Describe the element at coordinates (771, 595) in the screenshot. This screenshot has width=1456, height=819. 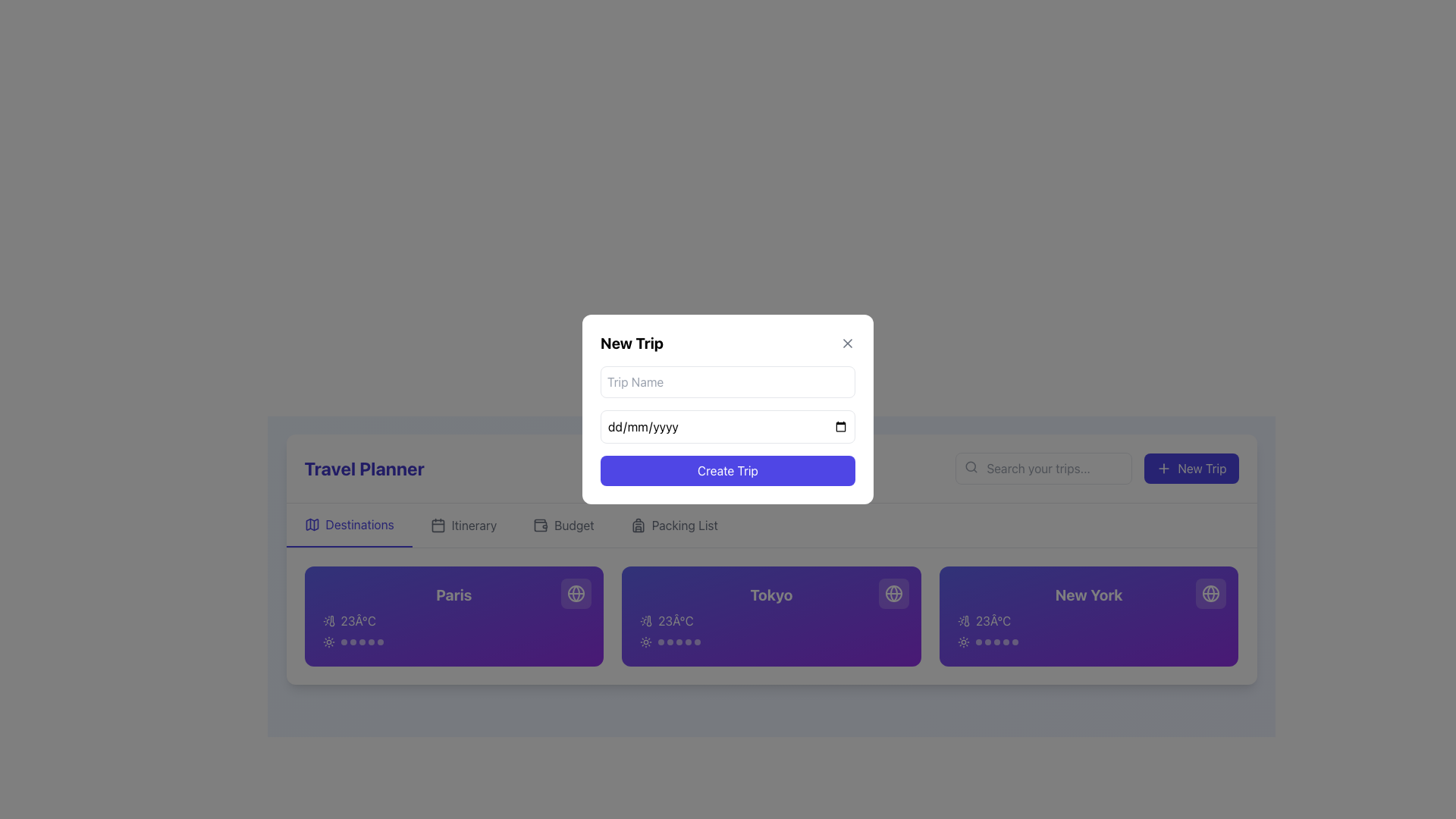
I see `the text label displaying 'Tokyo', which serves as the identifier for the card it is part of, located at the center of a rectangular card in a gradient purple style` at that location.